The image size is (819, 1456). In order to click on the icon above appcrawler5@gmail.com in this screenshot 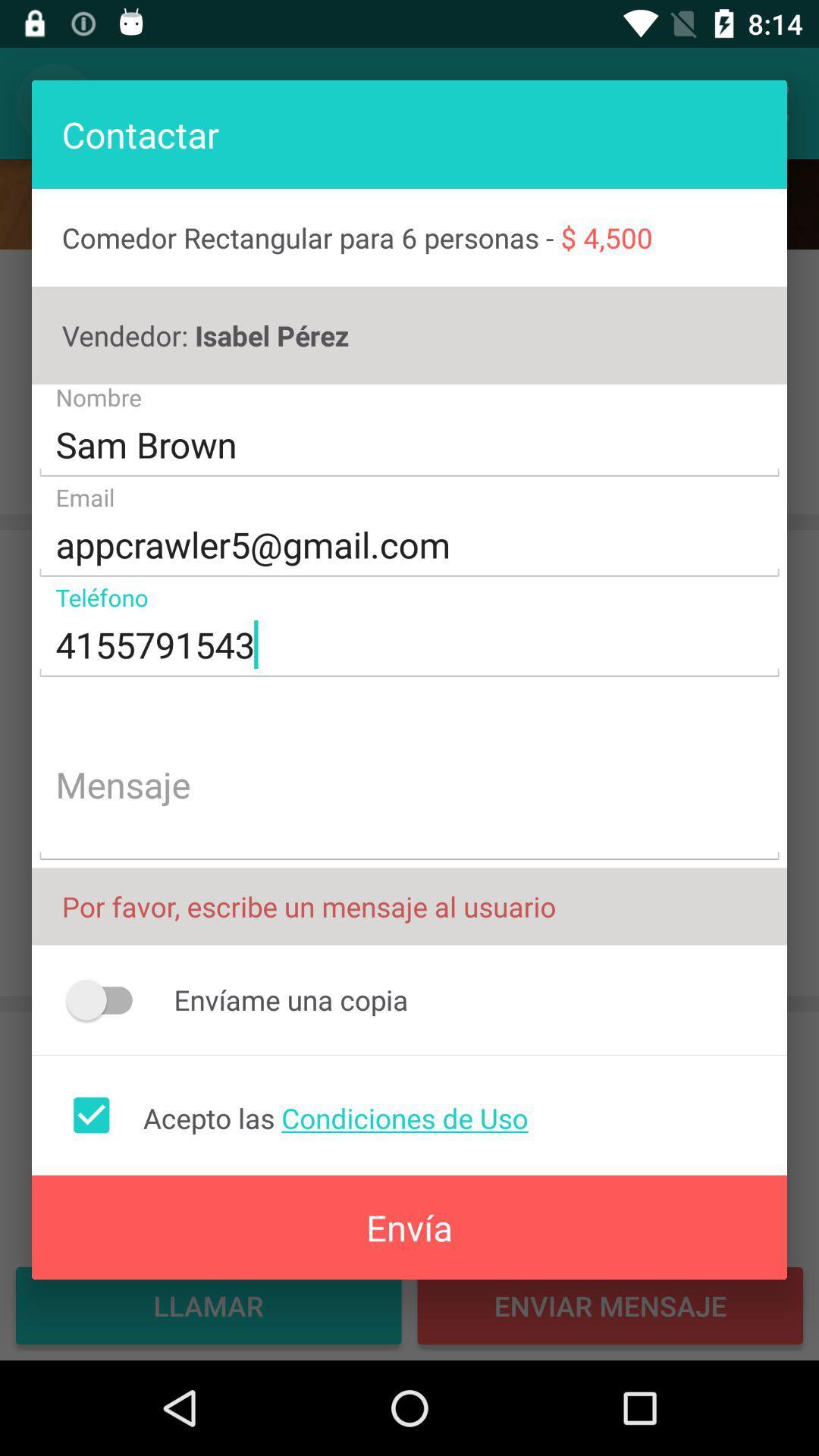, I will do `click(409, 444)`.